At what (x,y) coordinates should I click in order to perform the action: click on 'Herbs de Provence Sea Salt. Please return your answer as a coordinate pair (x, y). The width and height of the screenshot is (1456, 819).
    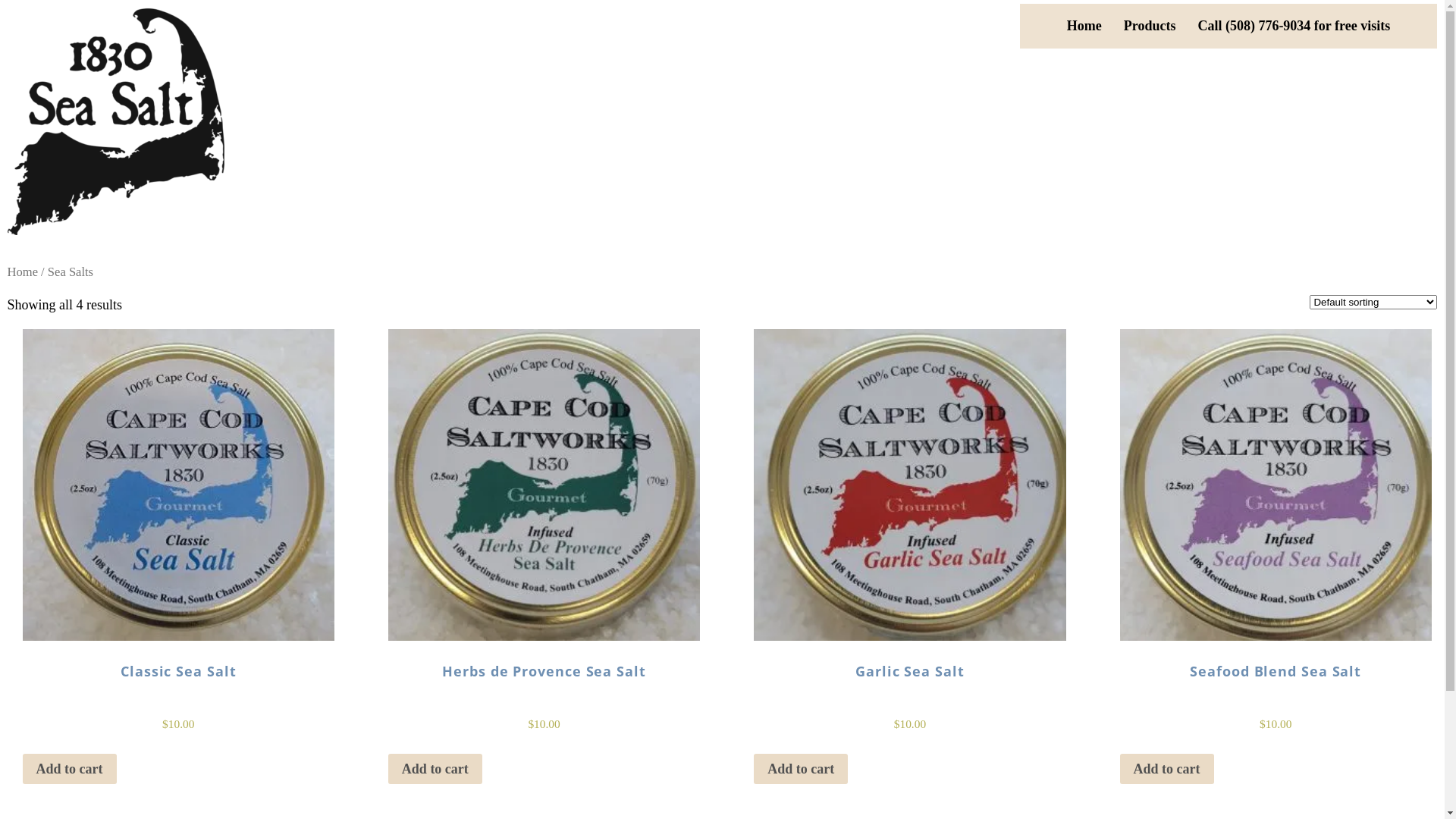
    Looking at the image, I should click on (544, 553).